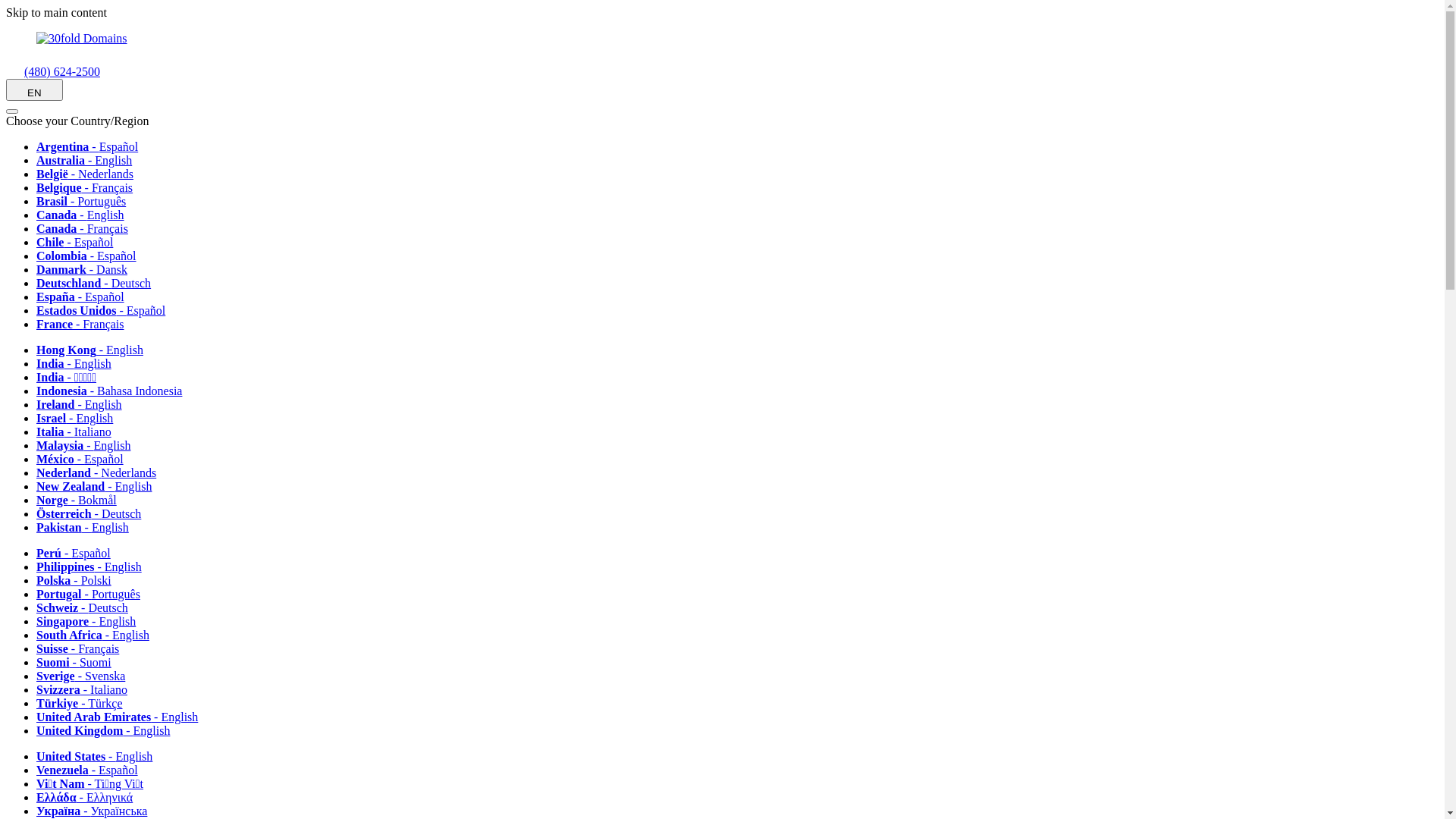 This screenshot has width=1456, height=819. Describe the element at coordinates (89, 160) in the screenshot. I see `'Australia - English'` at that location.